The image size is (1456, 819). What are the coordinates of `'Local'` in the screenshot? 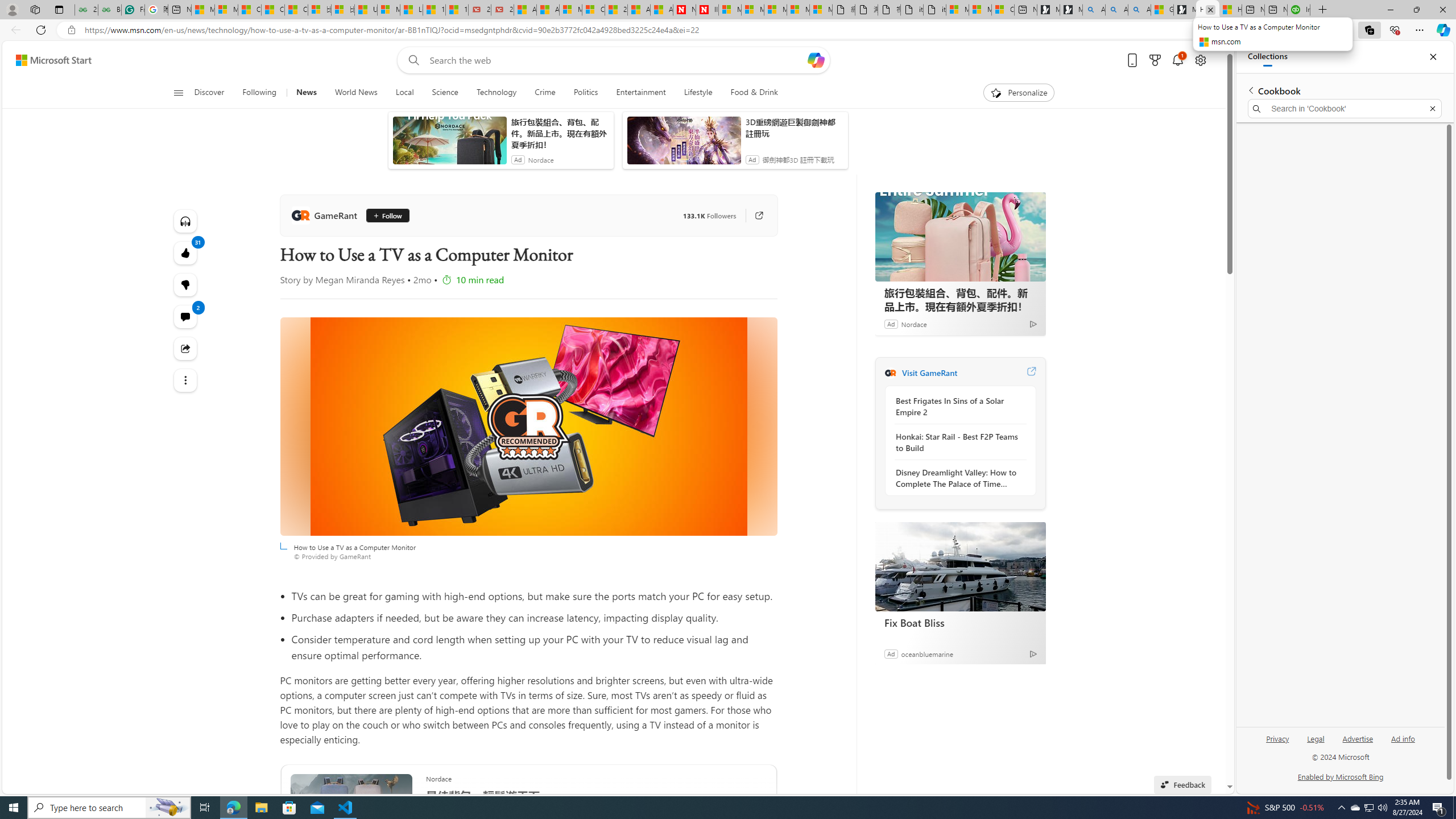 It's located at (404, 92).